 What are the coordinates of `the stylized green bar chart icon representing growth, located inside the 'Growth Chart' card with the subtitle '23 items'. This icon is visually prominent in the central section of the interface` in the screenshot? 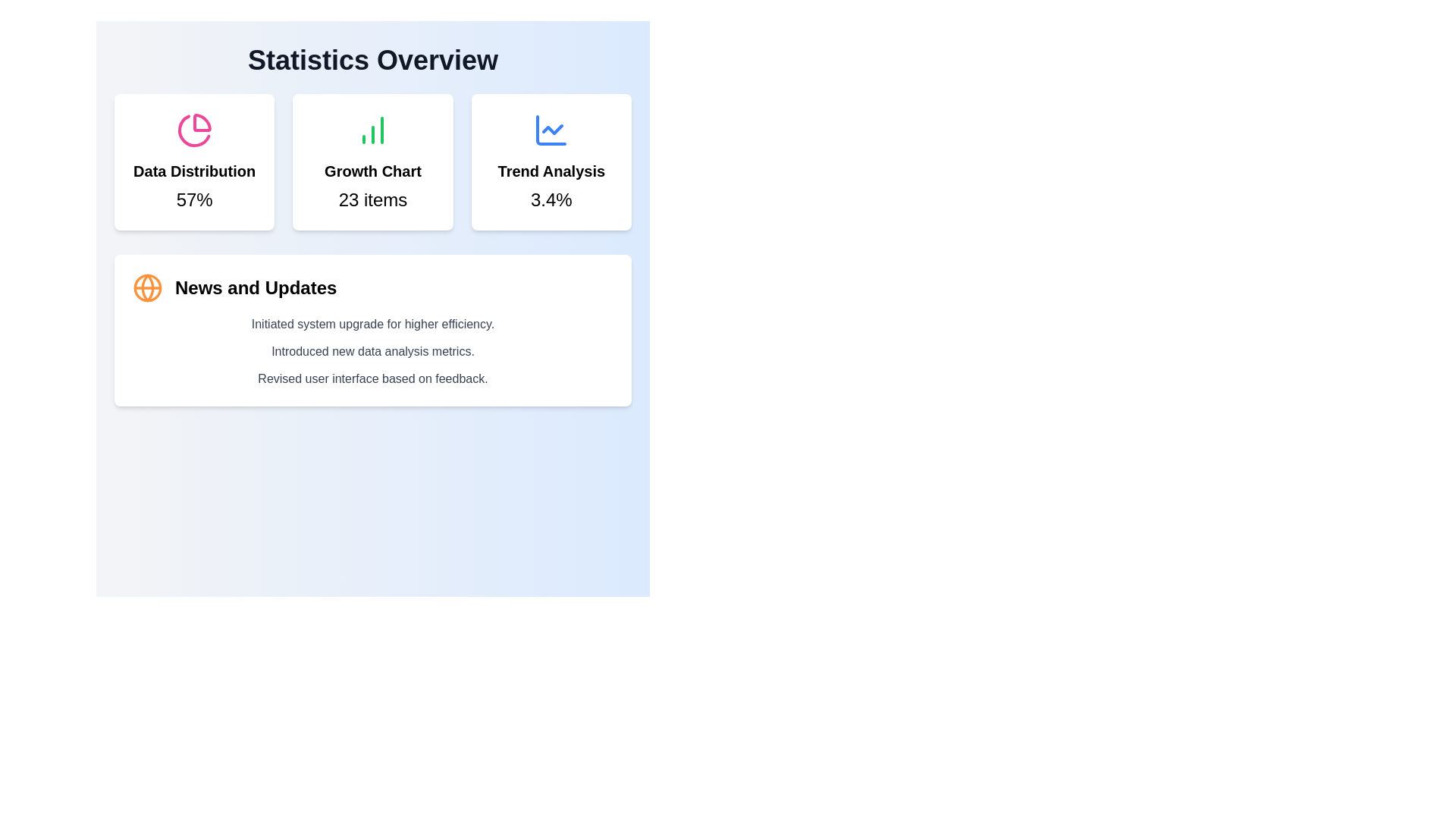 It's located at (372, 130).